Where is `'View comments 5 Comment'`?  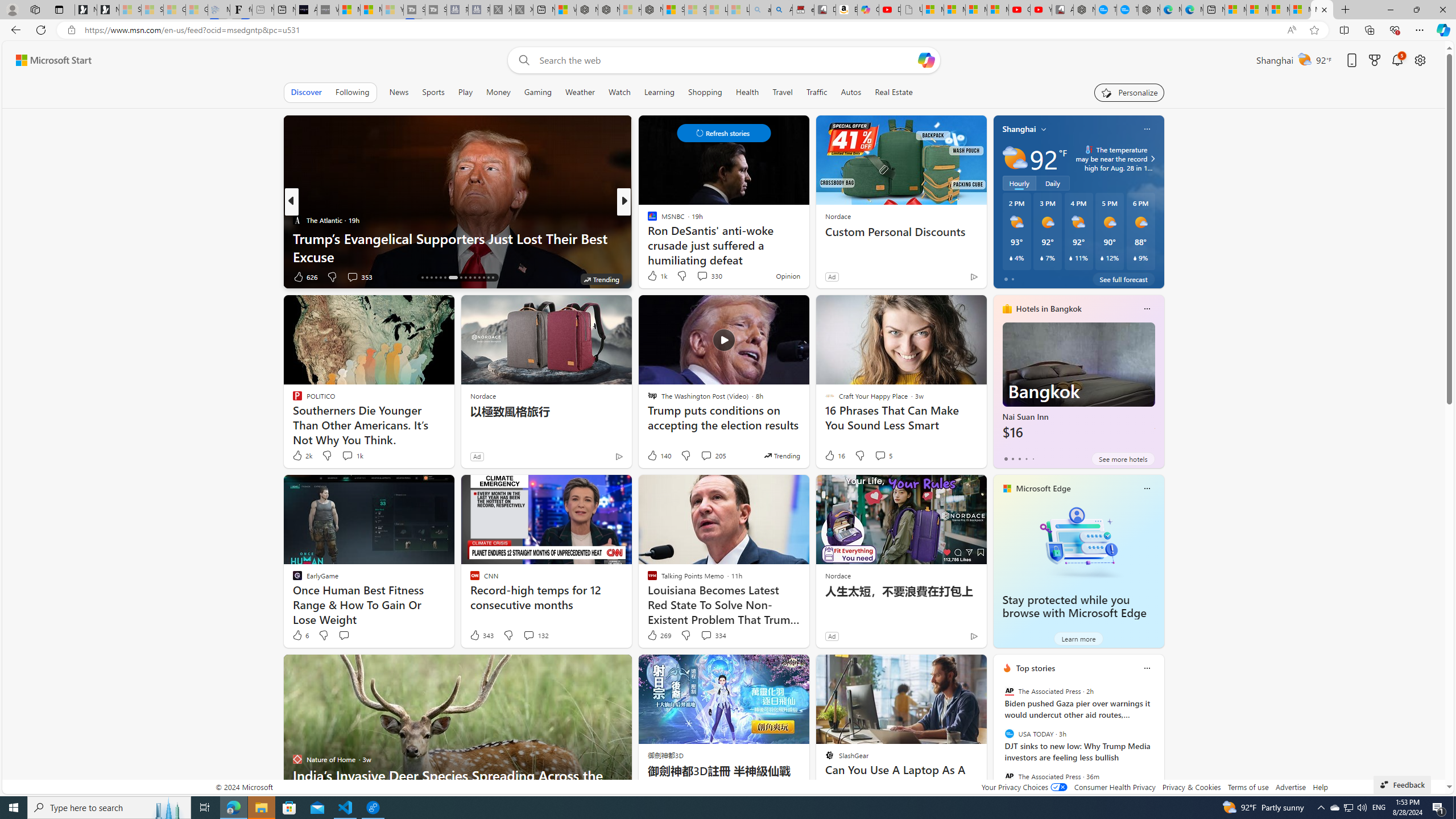
'View comments 5 Comment' is located at coordinates (883, 455).